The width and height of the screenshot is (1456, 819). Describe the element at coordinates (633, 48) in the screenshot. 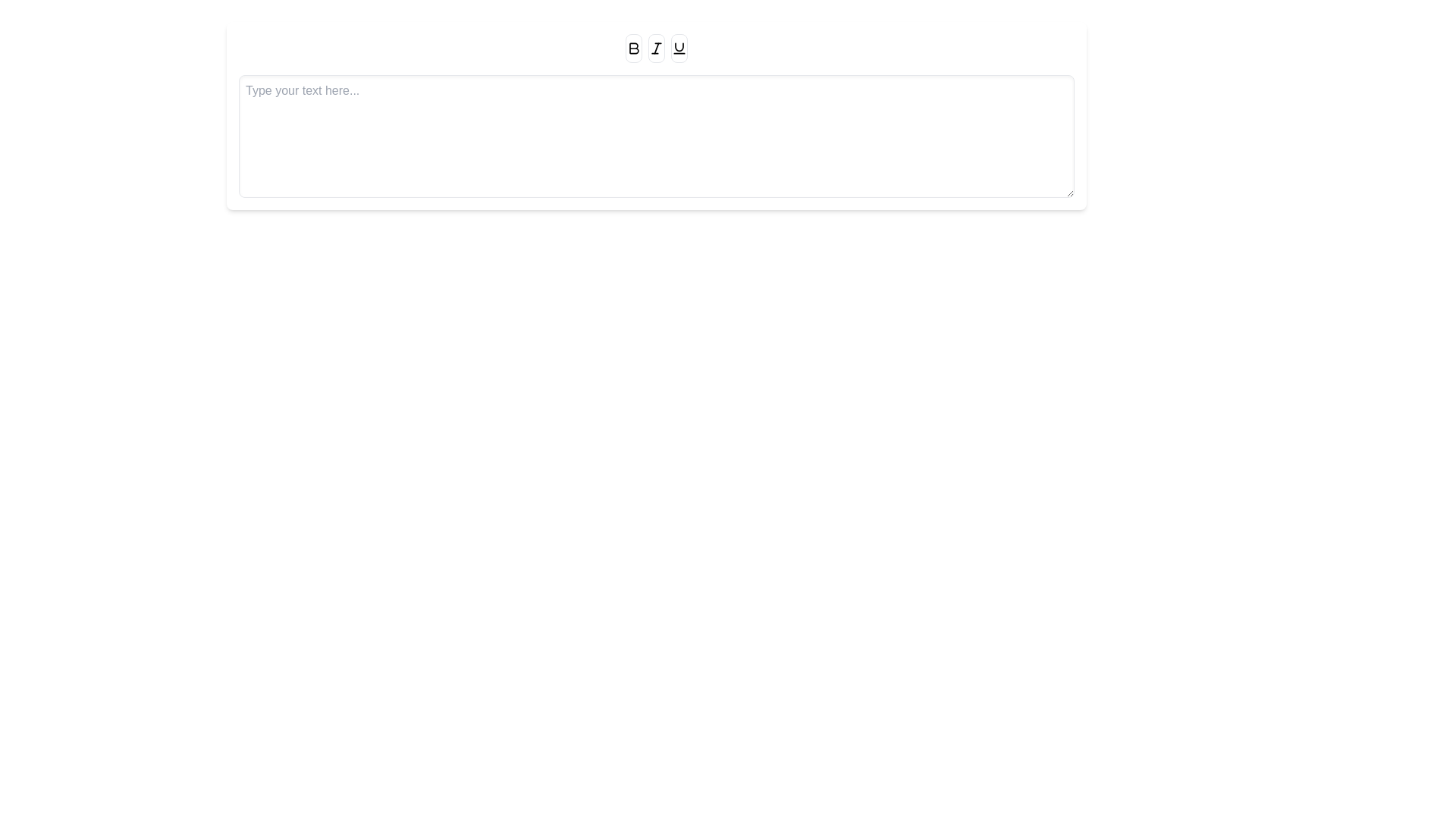

I see `the 'Bold' button icon located in the toolbar` at that location.